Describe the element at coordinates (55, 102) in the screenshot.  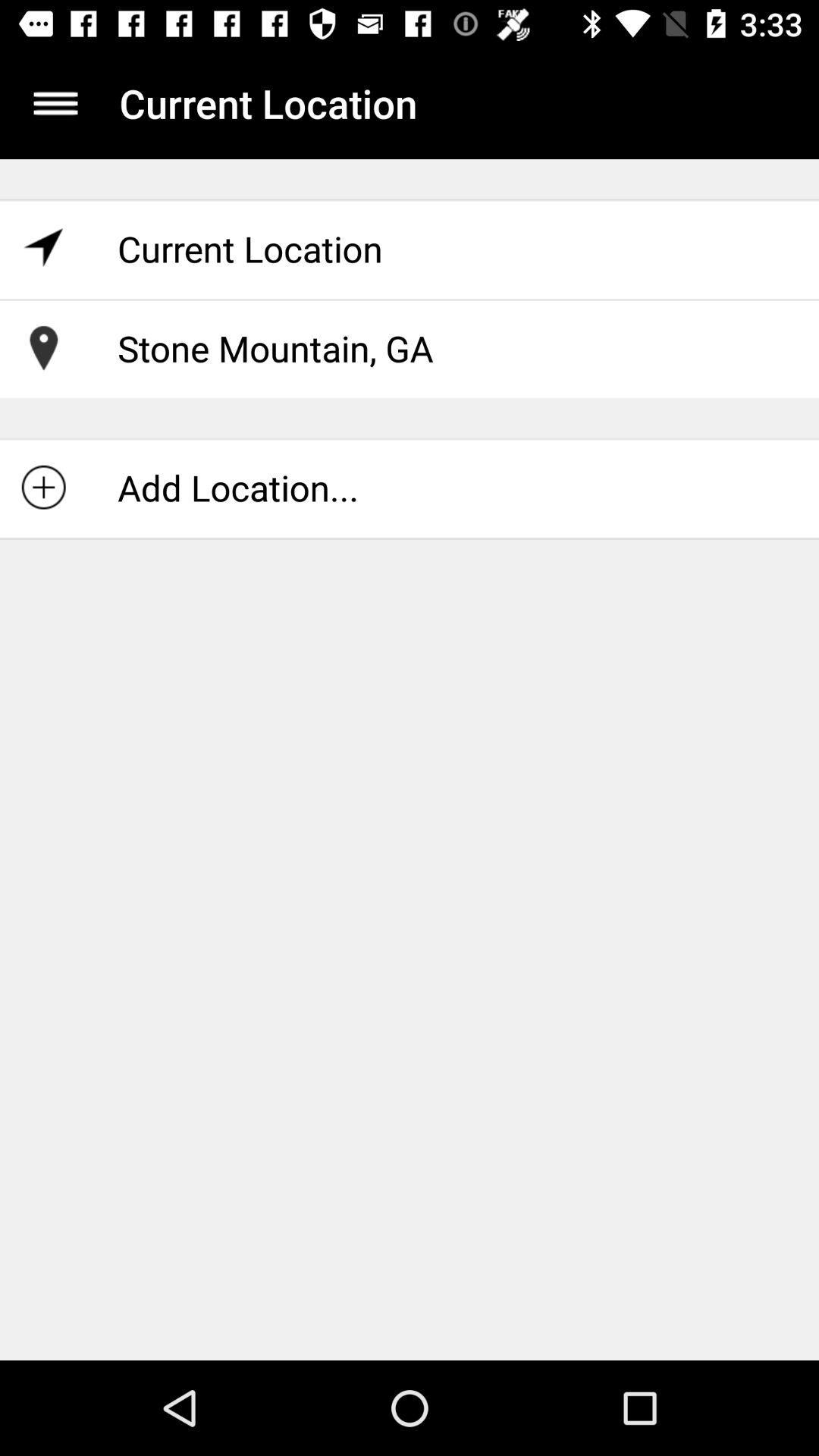
I see `the menu icon` at that location.